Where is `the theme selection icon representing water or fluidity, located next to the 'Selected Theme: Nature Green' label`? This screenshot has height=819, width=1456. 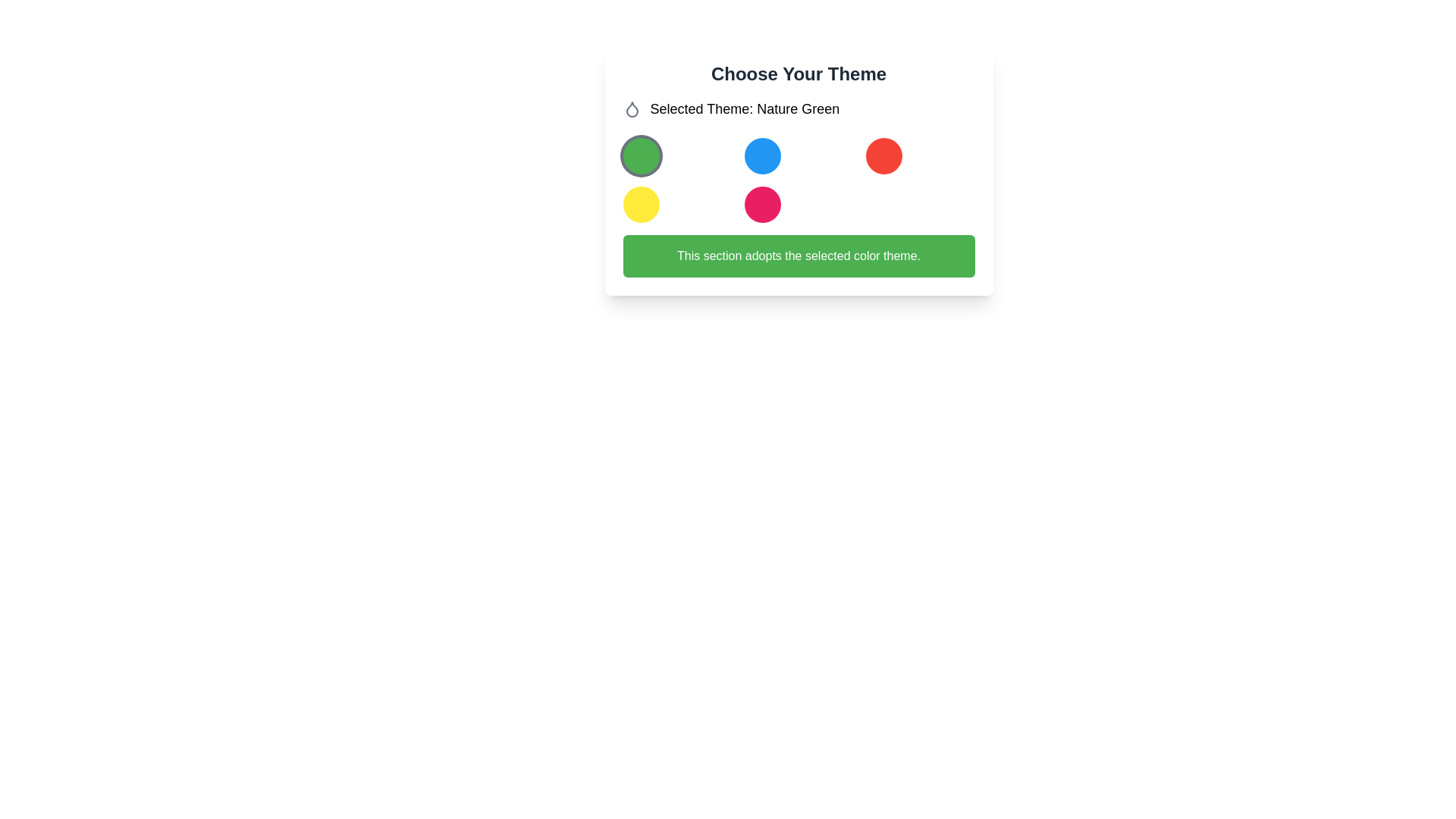 the theme selection icon representing water or fluidity, located next to the 'Selected Theme: Nature Green' label is located at coordinates (632, 108).